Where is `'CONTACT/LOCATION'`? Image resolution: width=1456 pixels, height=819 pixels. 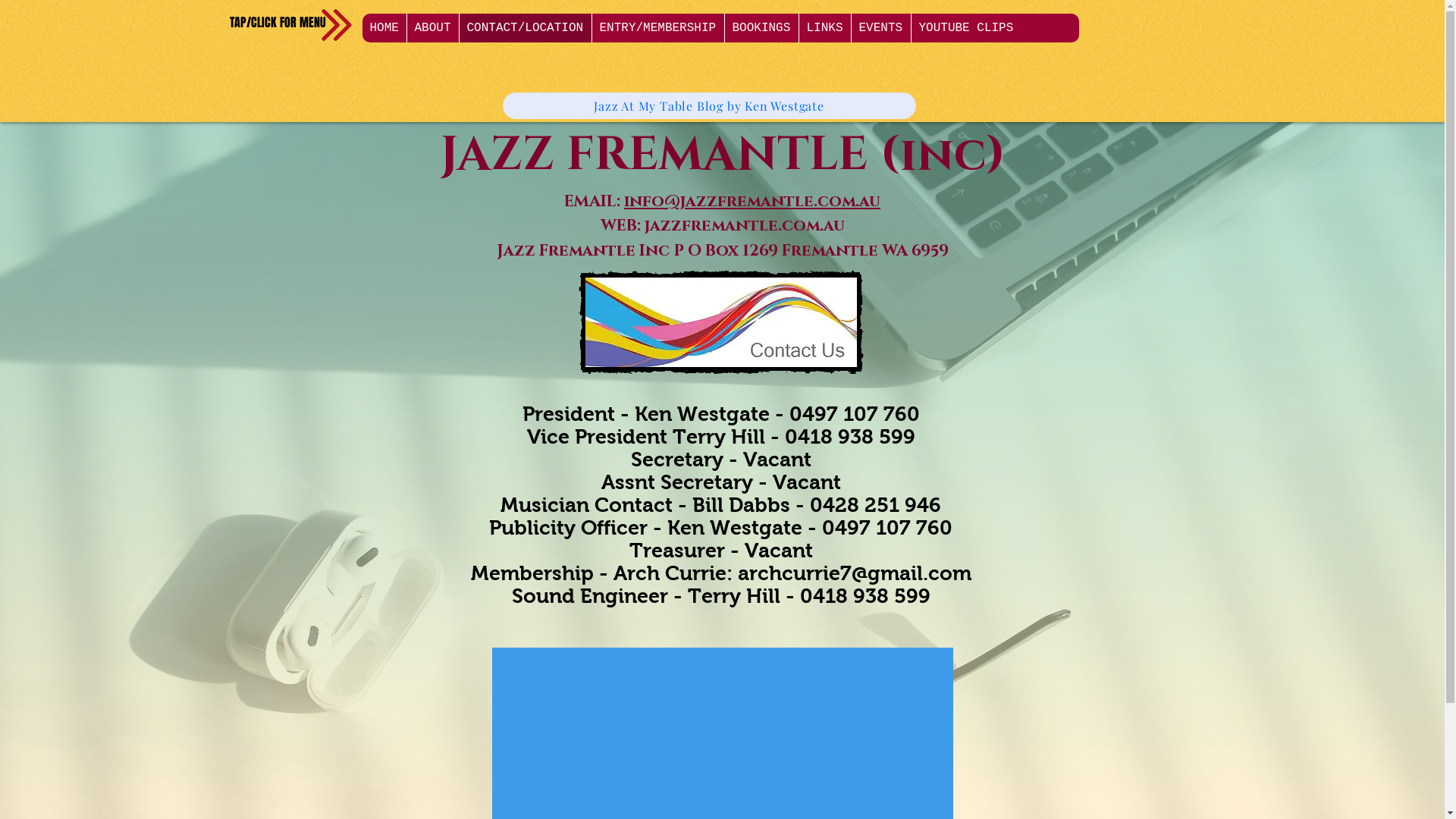
'CONTACT/LOCATION' is located at coordinates (524, 28).